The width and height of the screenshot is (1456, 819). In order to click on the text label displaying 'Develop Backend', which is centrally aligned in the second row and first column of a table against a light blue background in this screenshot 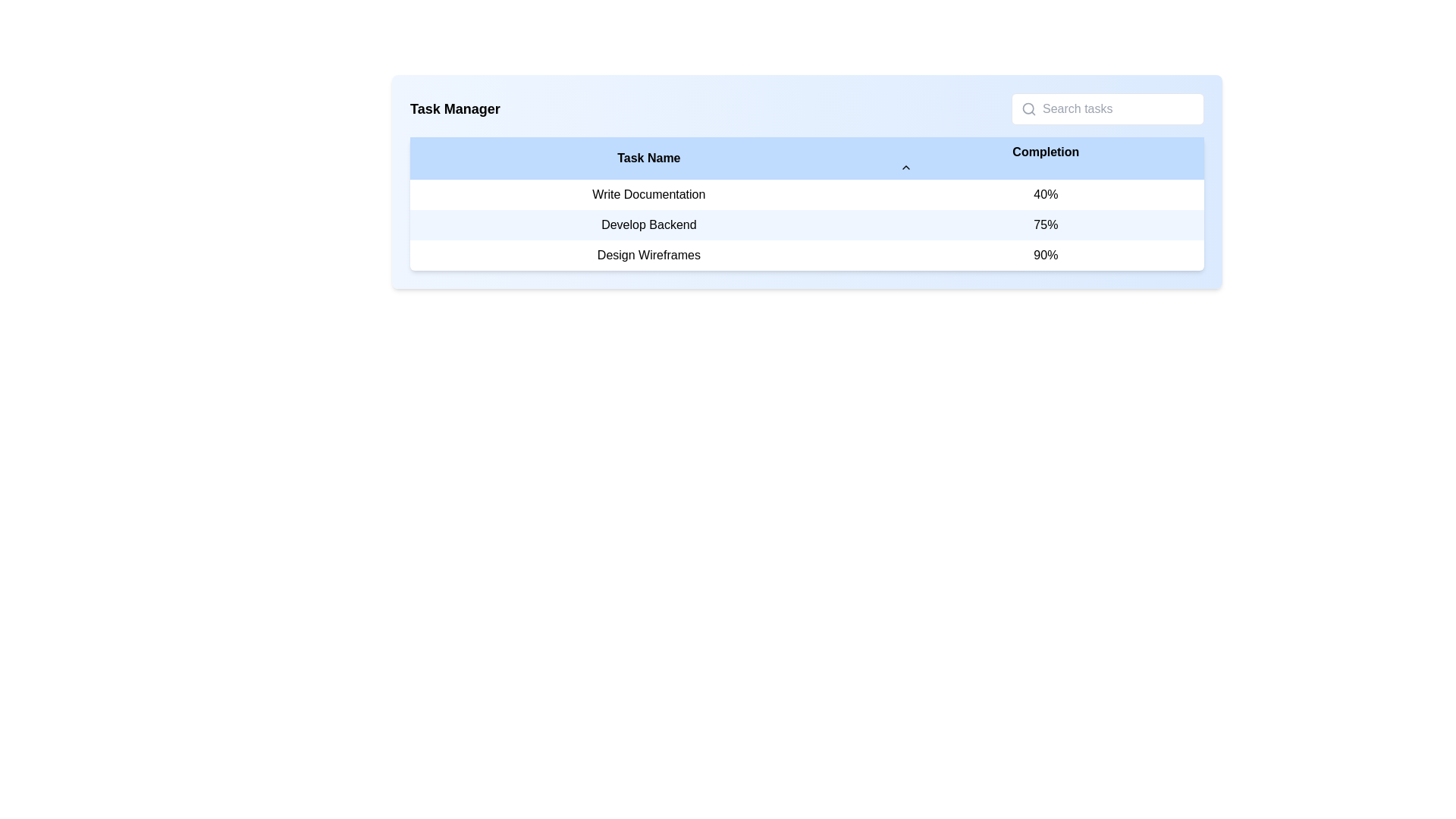, I will do `click(648, 225)`.